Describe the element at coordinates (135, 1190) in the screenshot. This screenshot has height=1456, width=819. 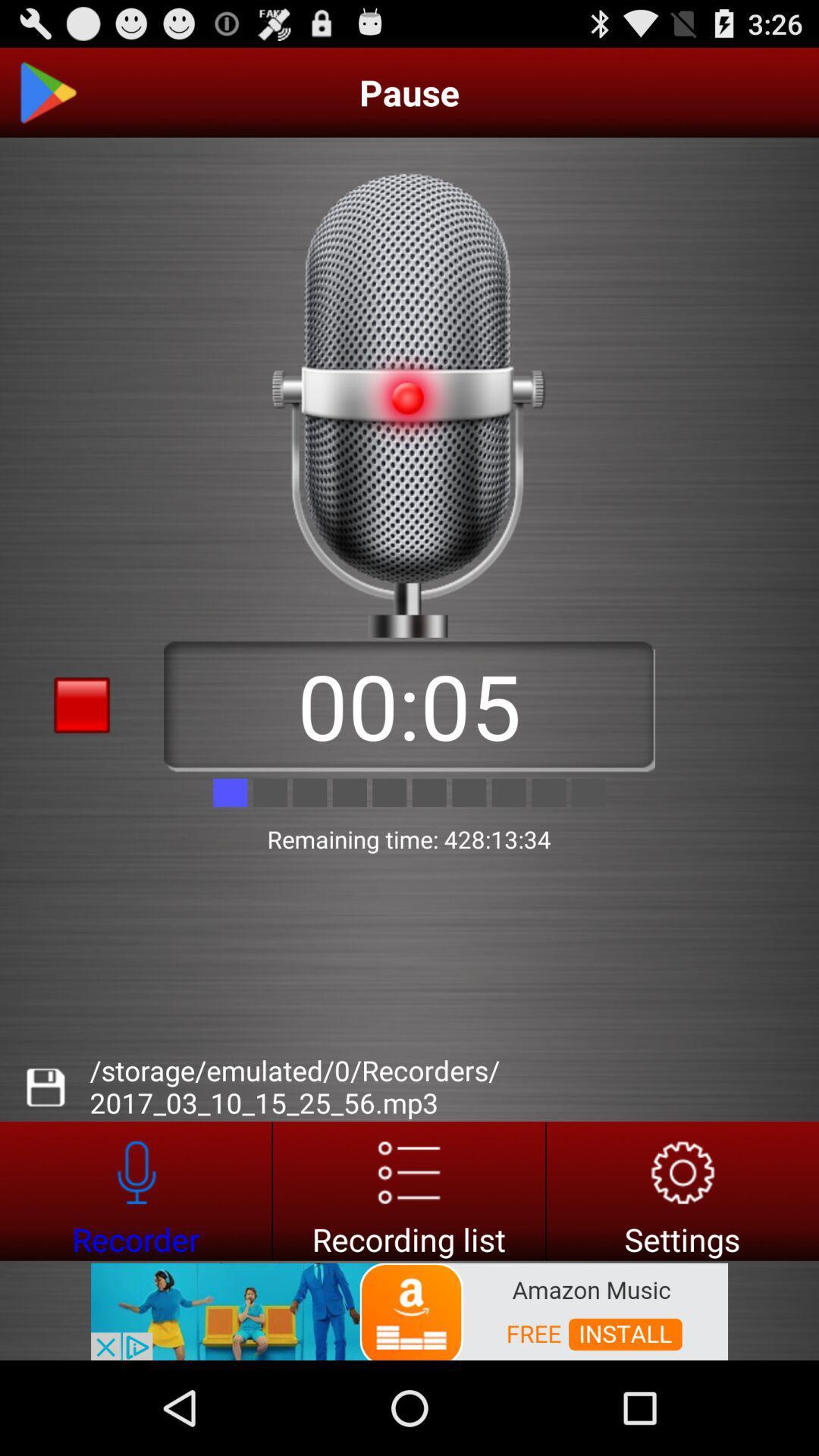
I see `recorder` at that location.